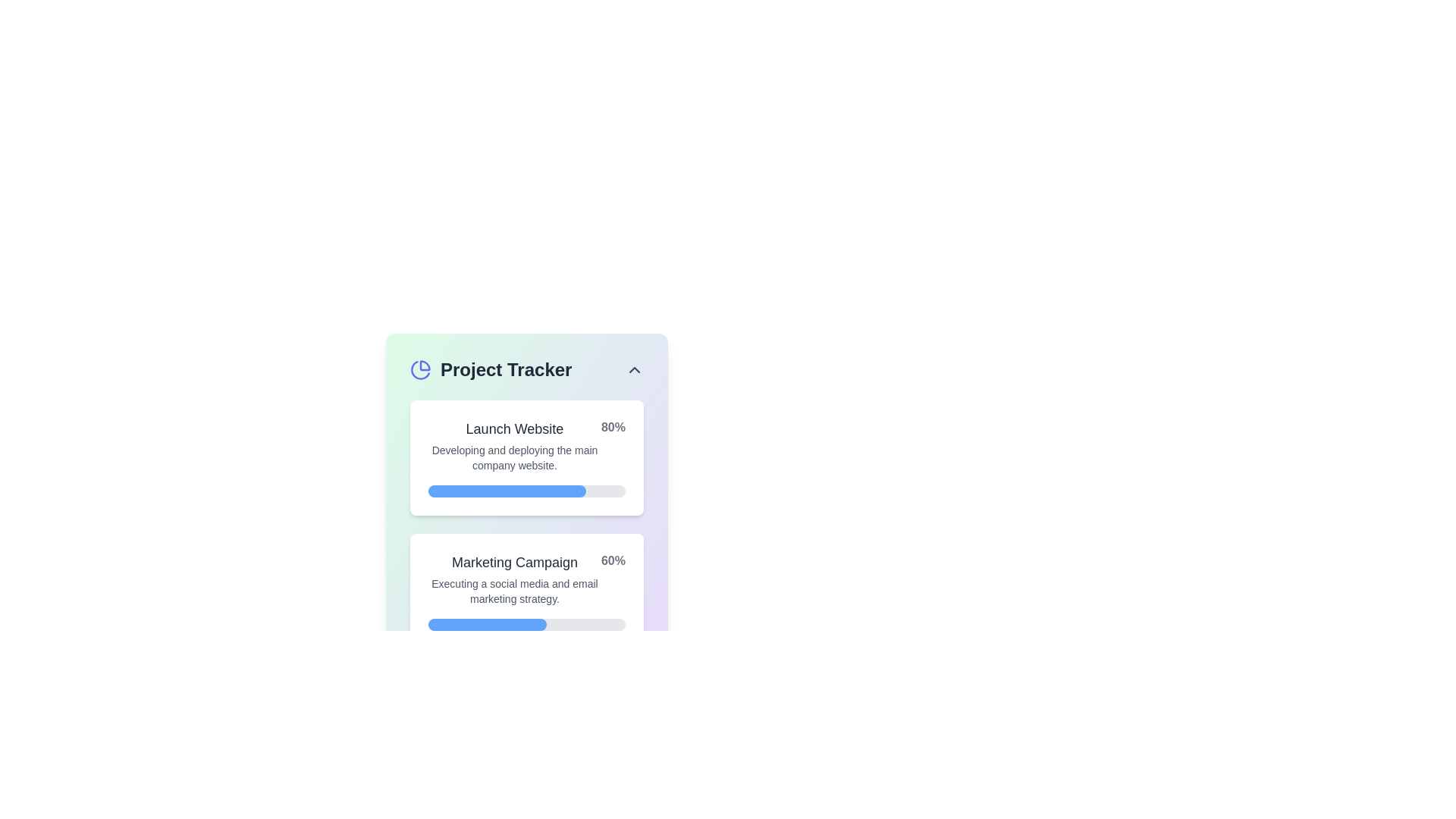 This screenshot has width=1456, height=819. Describe the element at coordinates (514, 590) in the screenshot. I see `the static text label that provides additional details about the 'Marketing Campaign', located below the title and centered within the card` at that location.